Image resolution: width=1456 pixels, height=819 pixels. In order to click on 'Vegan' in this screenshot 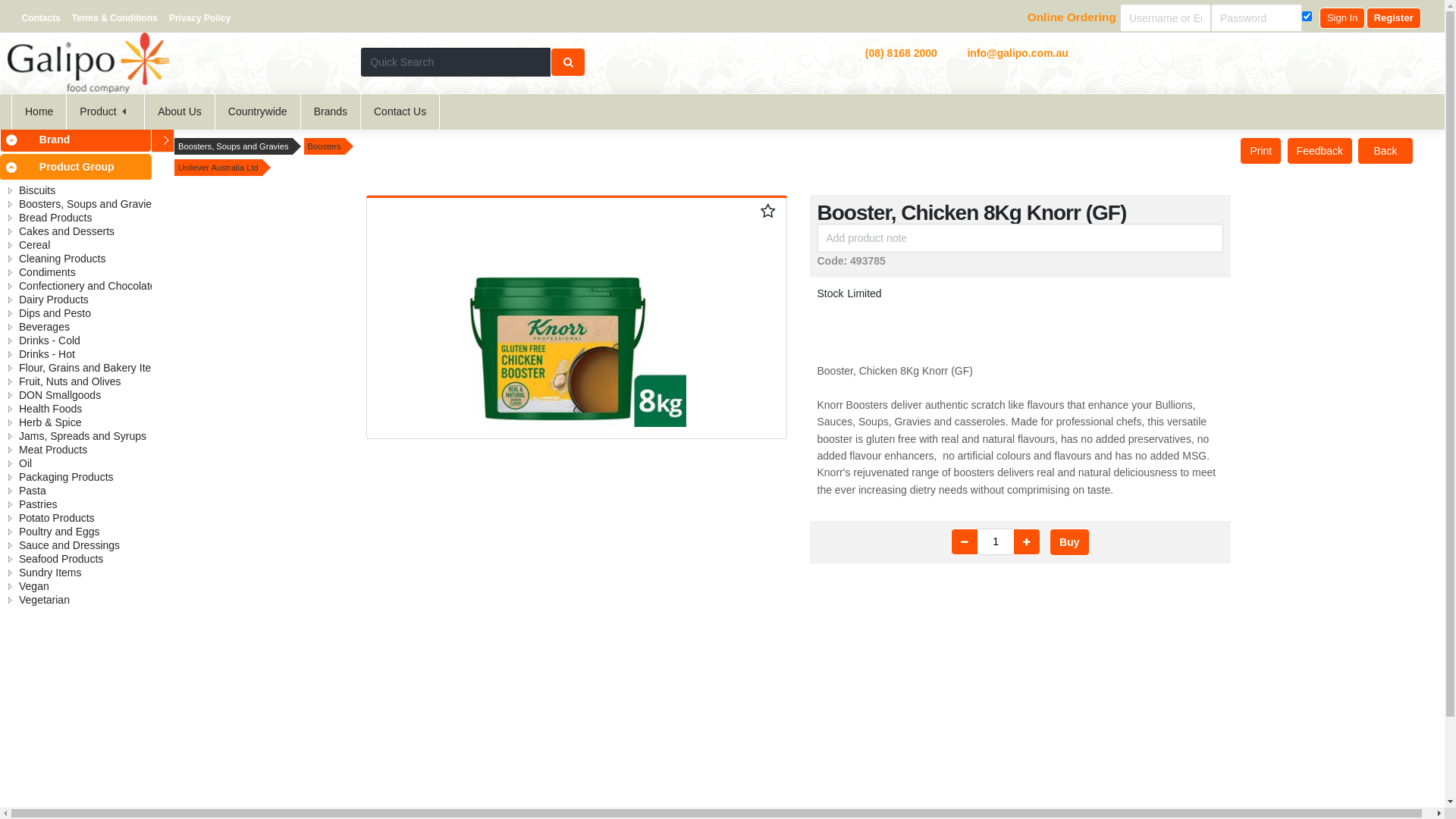, I will do `click(33, 585)`.